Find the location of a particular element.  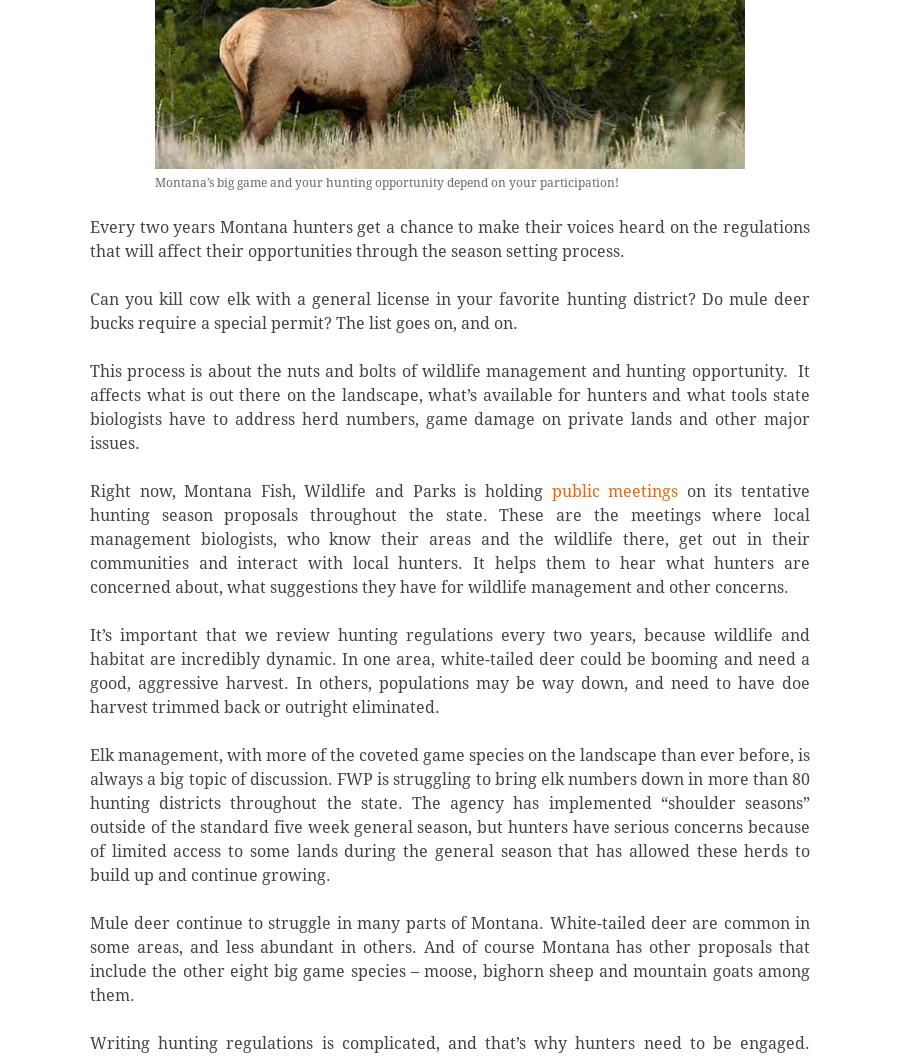

'This process is about the nuts and bolts of wildlife management and hunting opportunity.  It affects what is out there on the landscape, what’s available for hunters and what tools state biologists have to address herd numbers, game damage on private lands and other major issues.' is located at coordinates (88, 406).